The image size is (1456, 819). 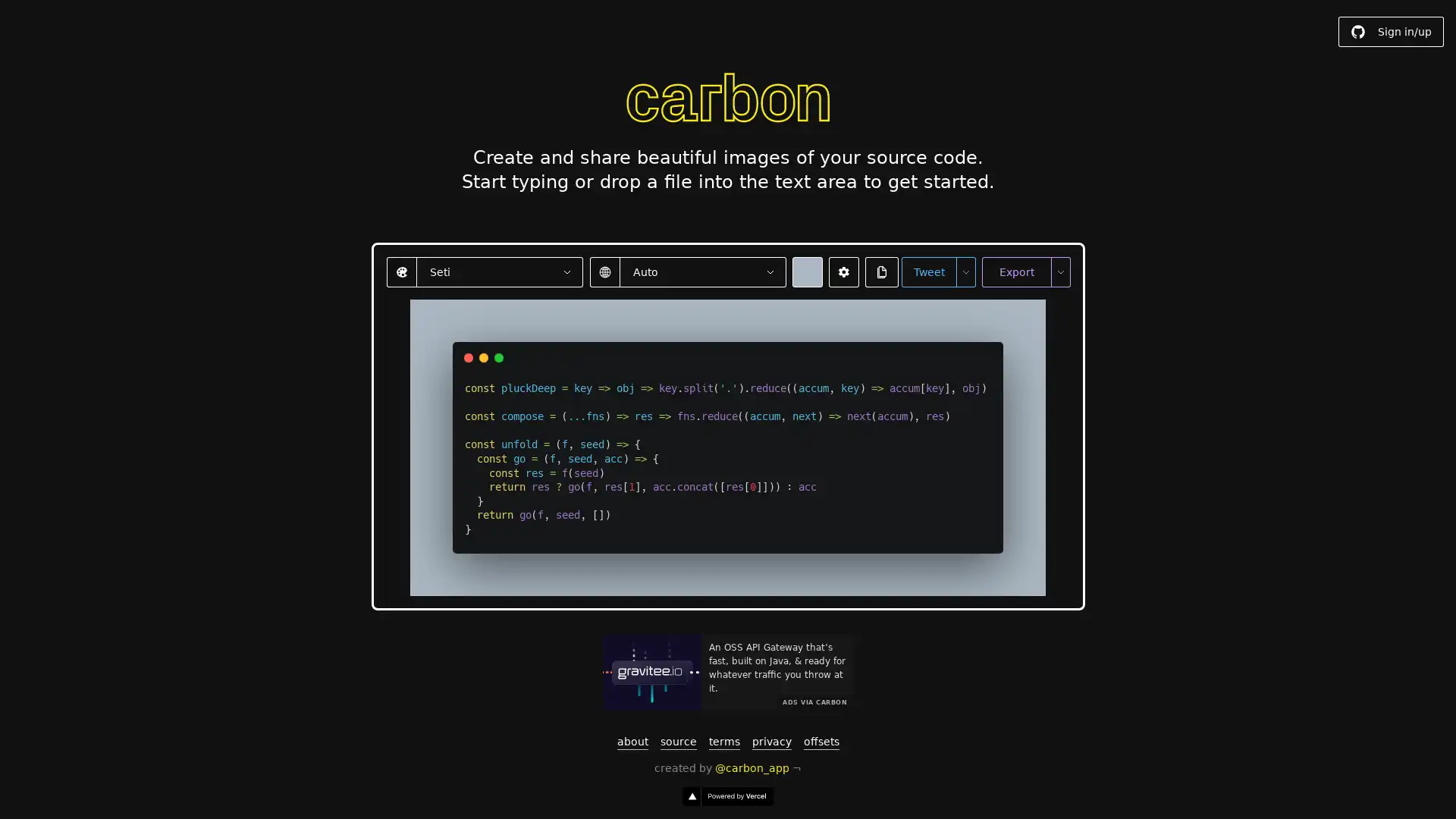 What do you see at coordinates (881, 271) in the screenshot?
I see `Copy menu` at bounding box center [881, 271].